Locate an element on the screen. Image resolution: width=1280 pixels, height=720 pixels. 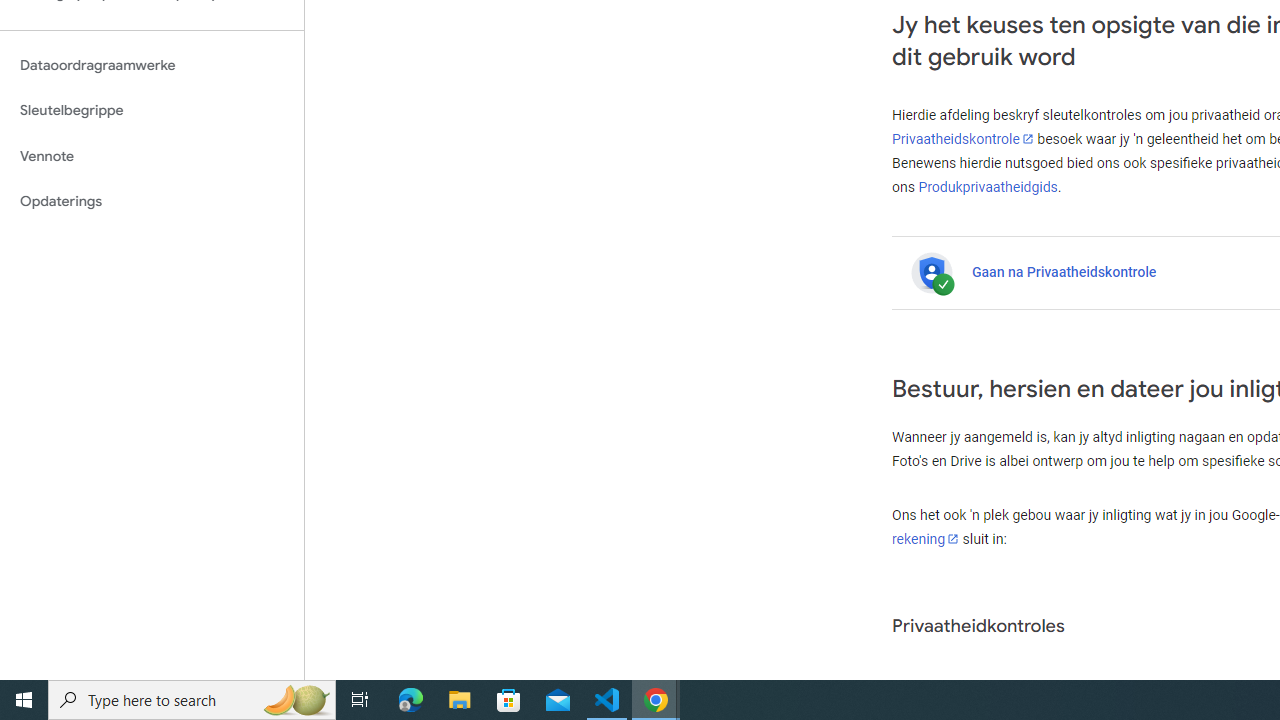
'Gaan na Privaatheidskontrole' is located at coordinates (1063, 271).